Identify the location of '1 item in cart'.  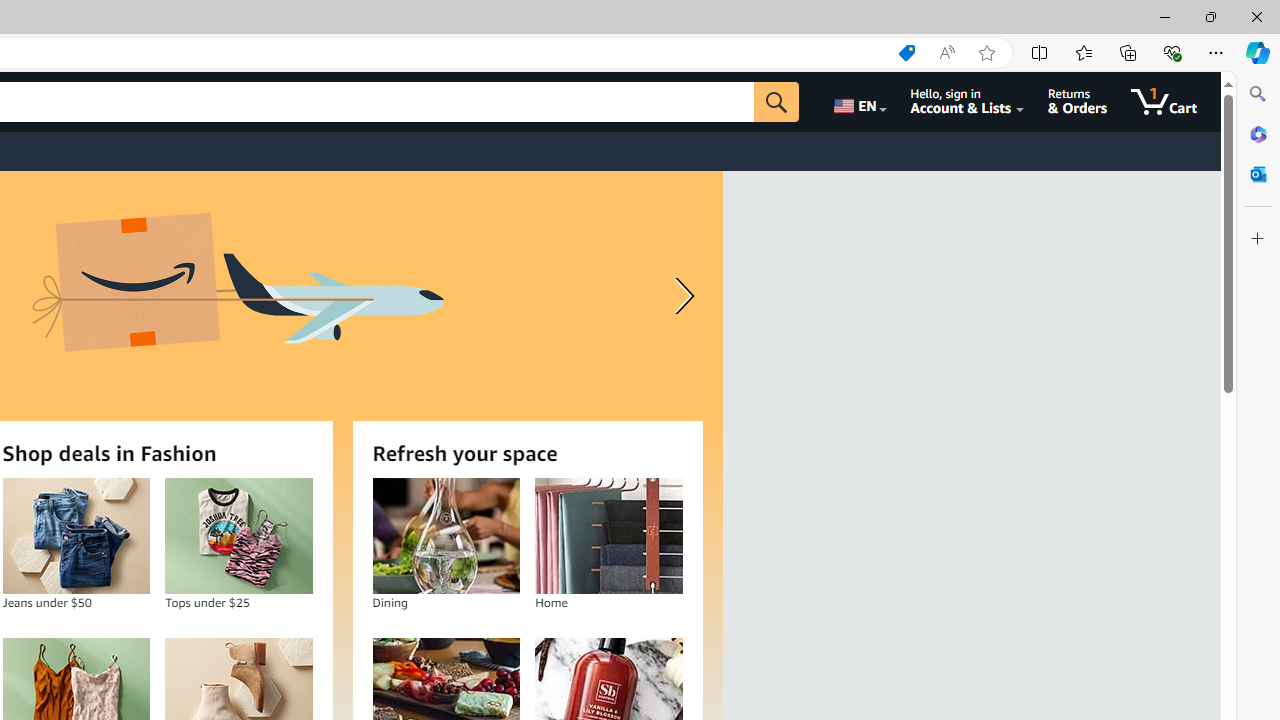
(1164, 101).